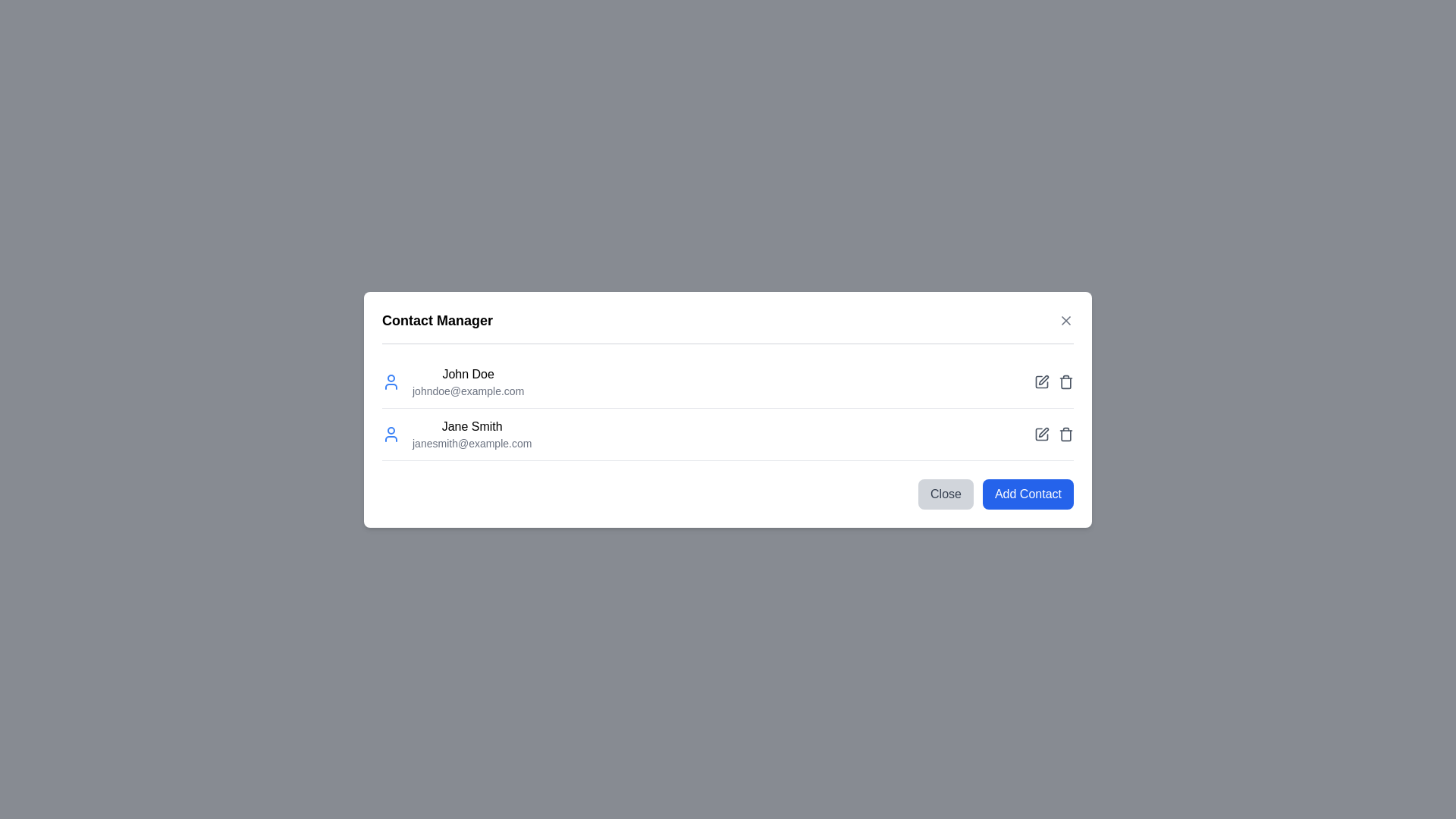  I want to click on the text block displaying the name and email address of the contact 'Jane Smith', which is located directly below 'John Doe' and to the right of a small blue user icon, so click(471, 434).